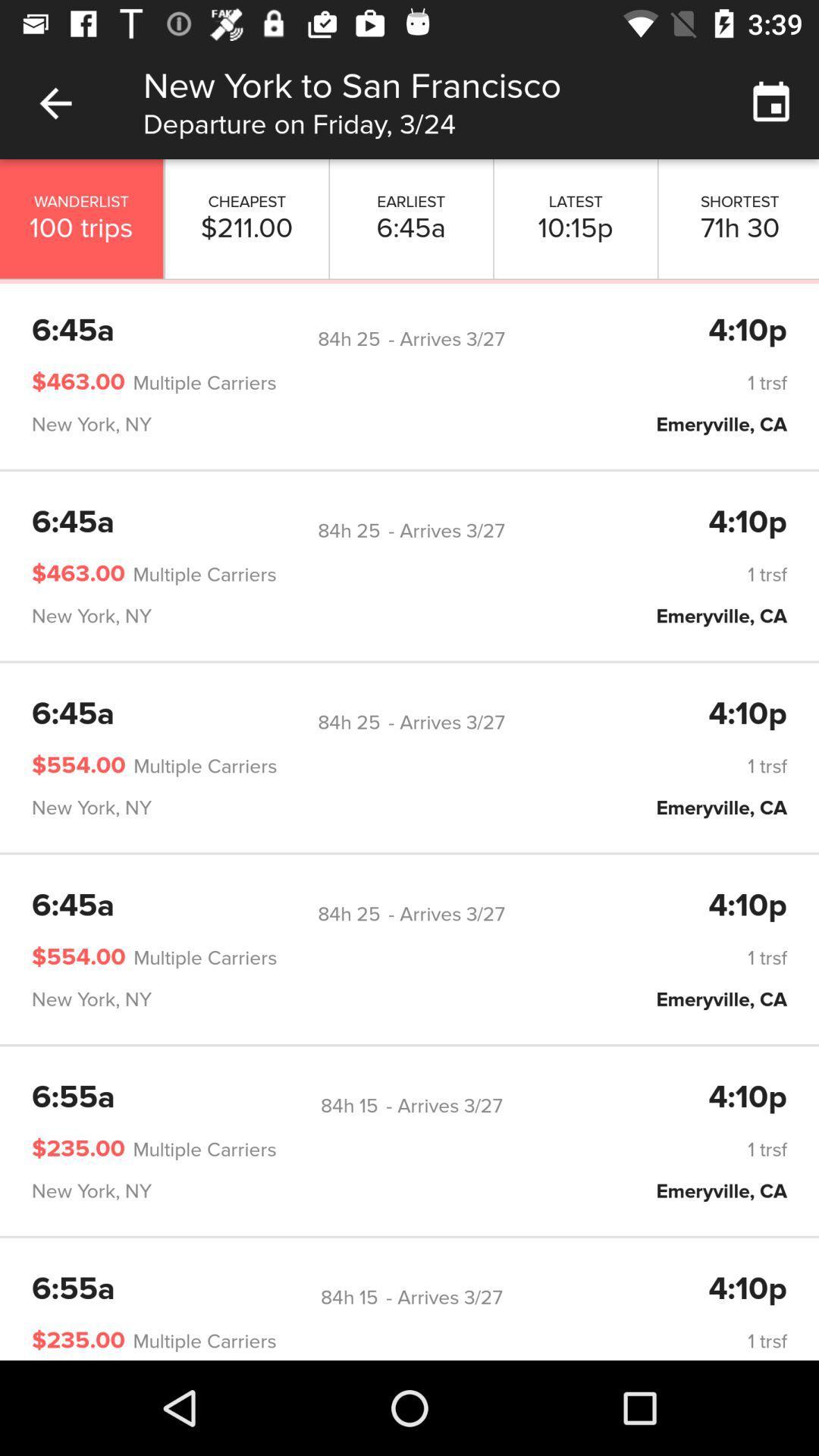 Image resolution: width=819 pixels, height=1456 pixels. What do you see at coordinates (55, 102) in the screenshot?
I see `back` at bounding box center [55, 102].